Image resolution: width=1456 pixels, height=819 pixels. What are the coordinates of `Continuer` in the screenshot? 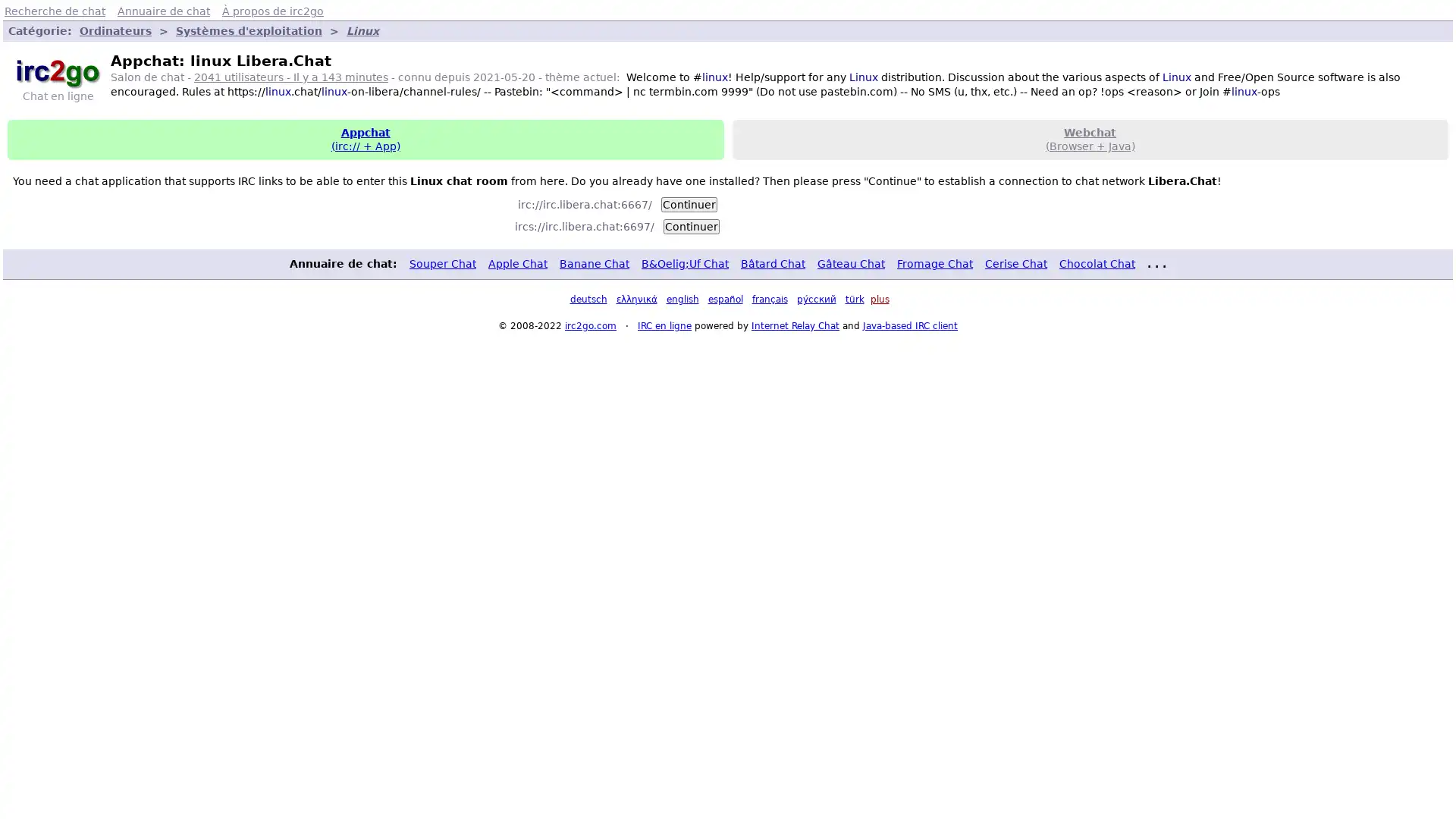 It's located at (687, 203).